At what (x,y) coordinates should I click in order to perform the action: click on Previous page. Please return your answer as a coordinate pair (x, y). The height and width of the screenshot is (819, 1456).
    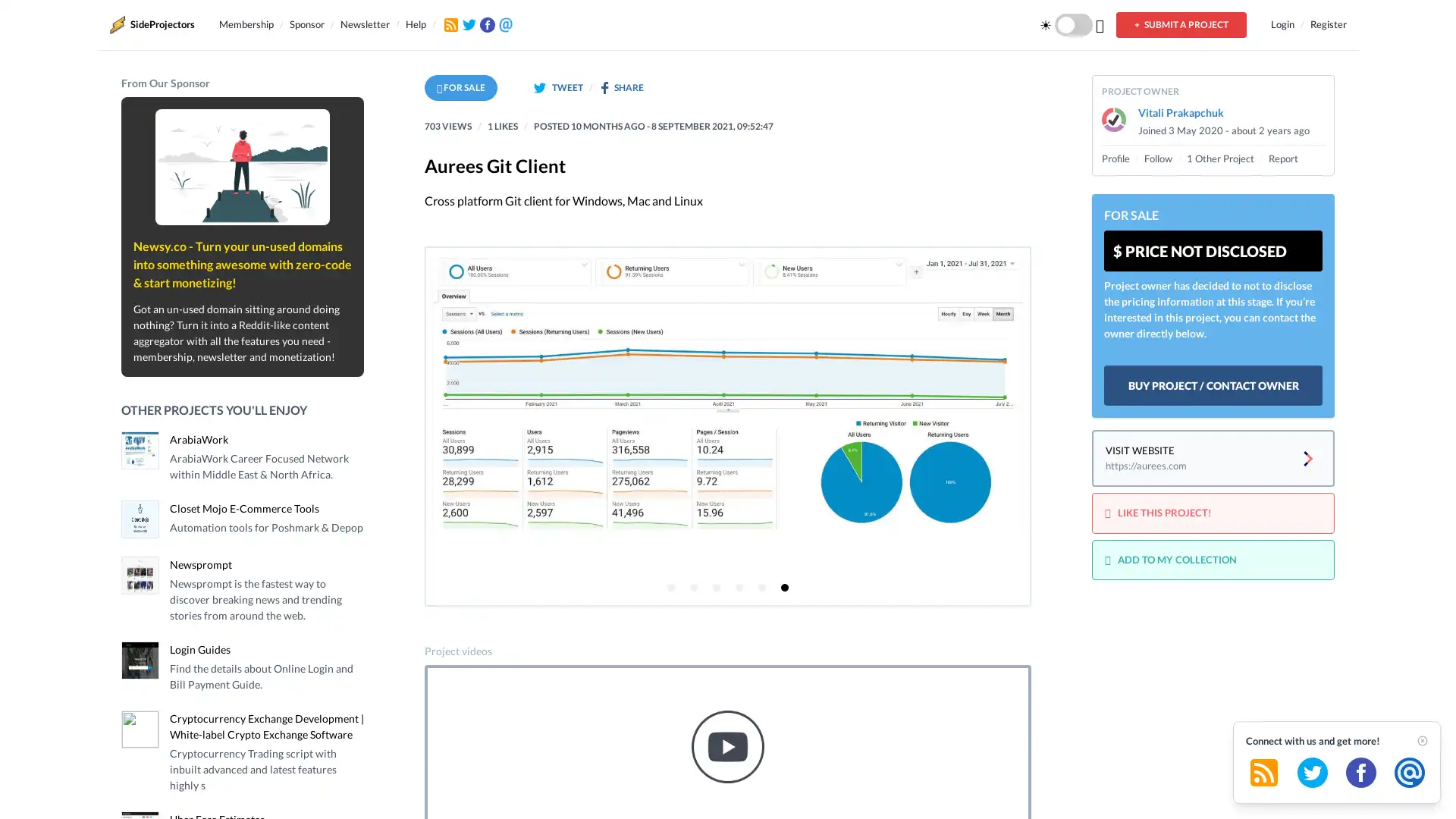
    Looking at the image, I should click on (425, 426).